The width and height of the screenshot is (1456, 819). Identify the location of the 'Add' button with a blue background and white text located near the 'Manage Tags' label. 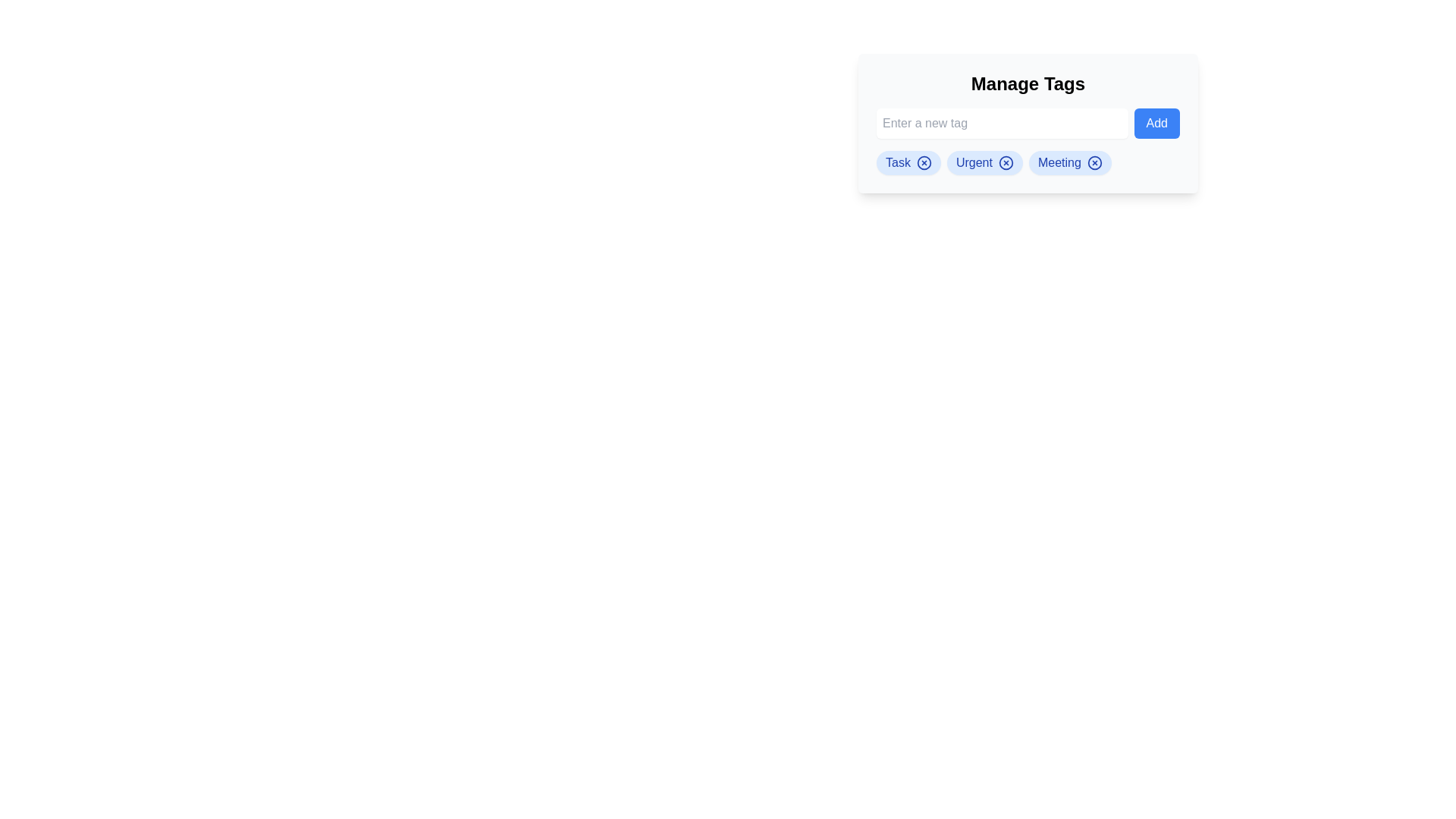
(1156, 122).